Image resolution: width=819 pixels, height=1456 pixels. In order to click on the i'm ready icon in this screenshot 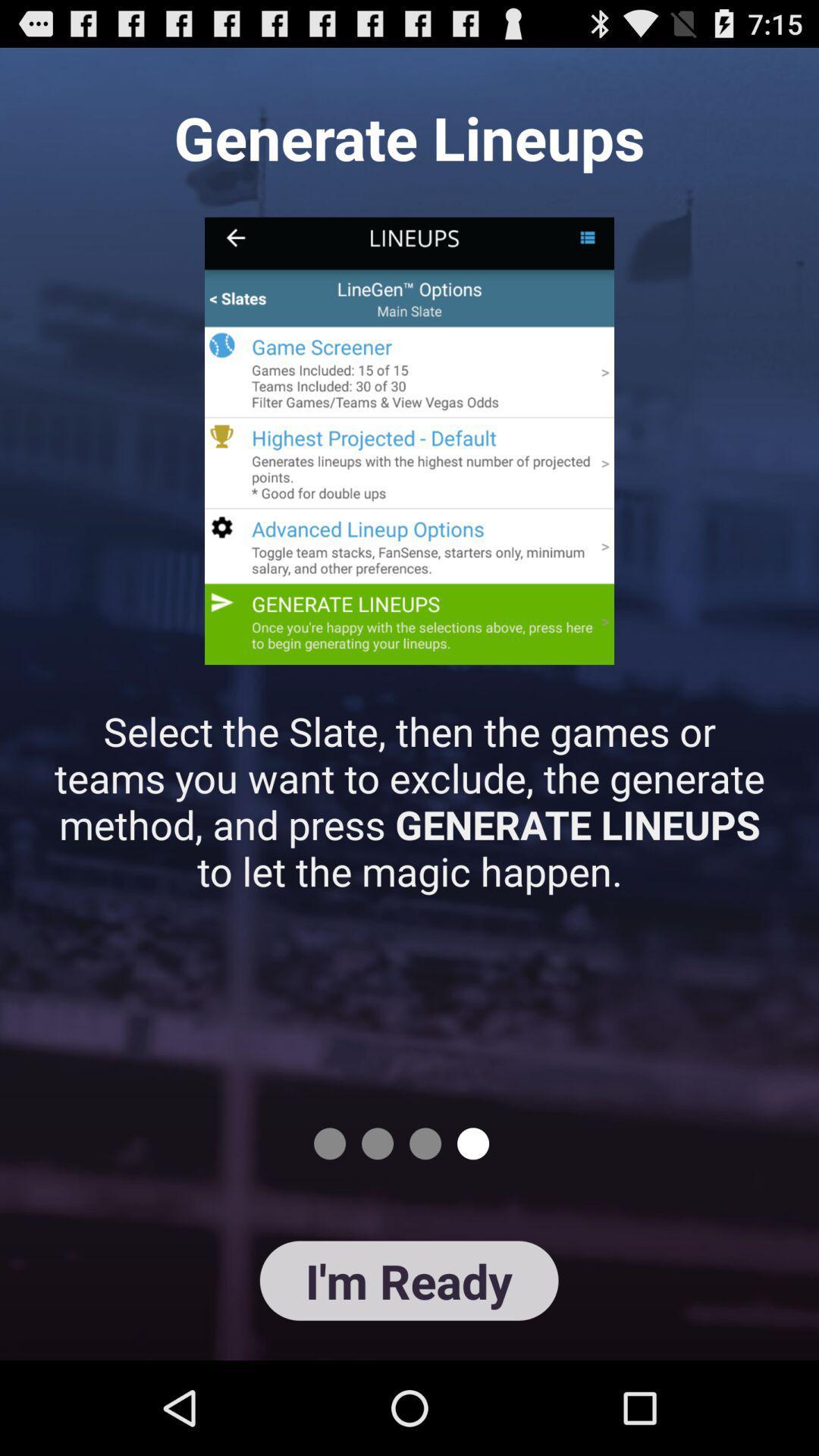, I will do `click(408, 1280)`.